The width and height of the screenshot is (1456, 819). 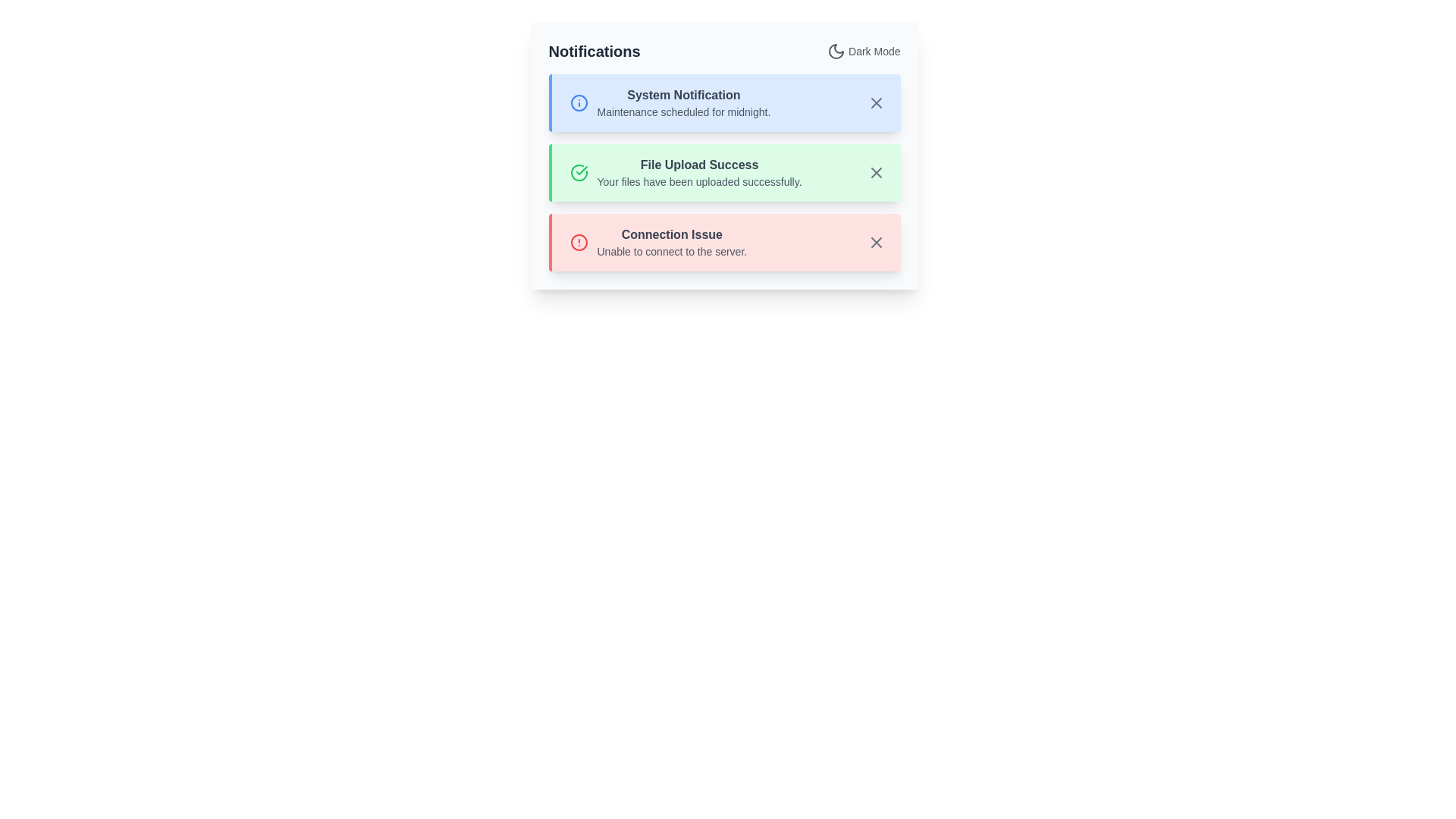 I want to click on notification message displayed in the text element that conveys a connection issue, located at the bottom of the notifications list, between the icon indicator and the close button, so click(x=671, y=242).